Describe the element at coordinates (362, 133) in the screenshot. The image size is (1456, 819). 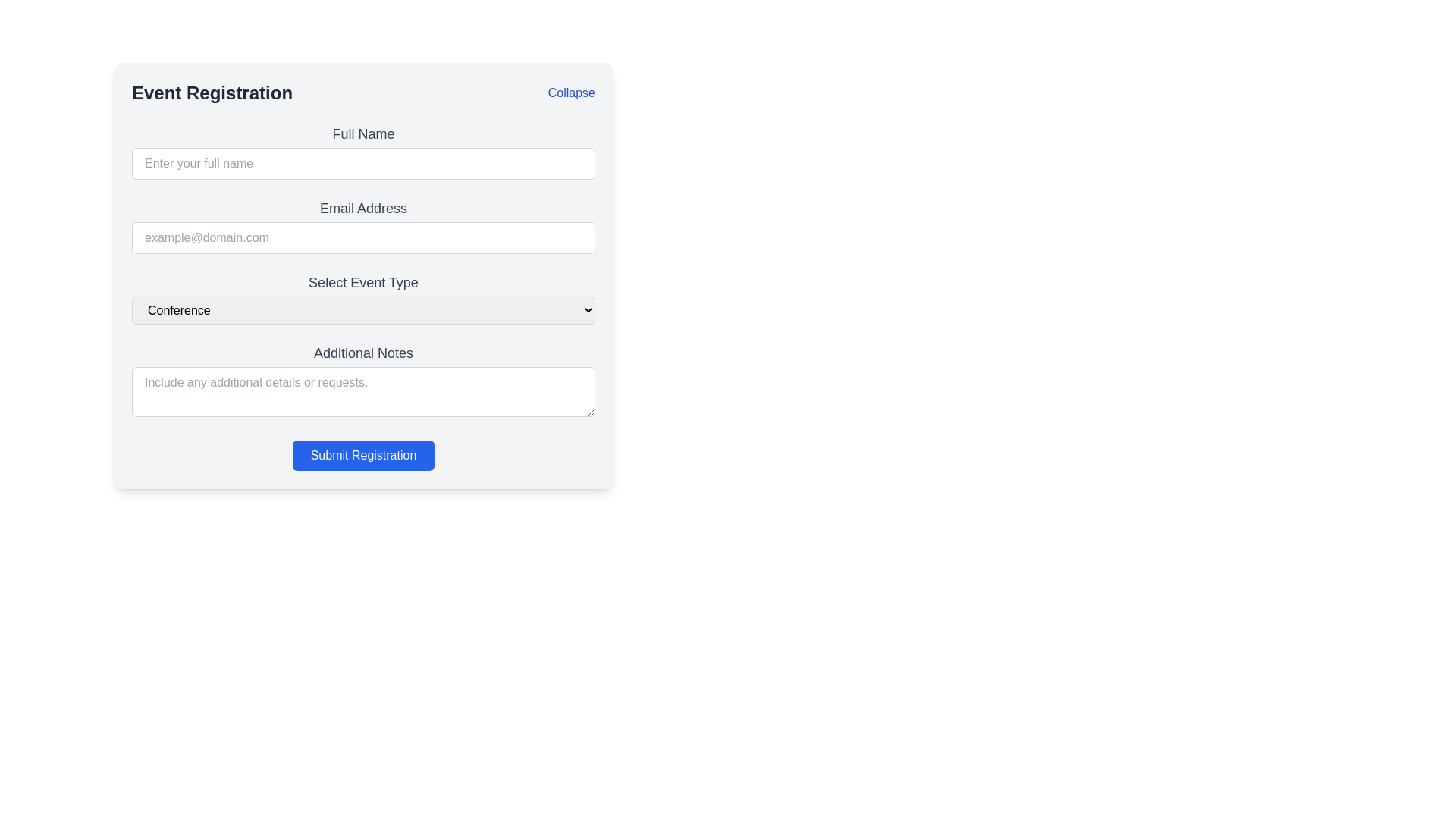
I see `the 'Full Name' text label which instructs the user to provide their name, located near the top section of the main form interface` at that location.